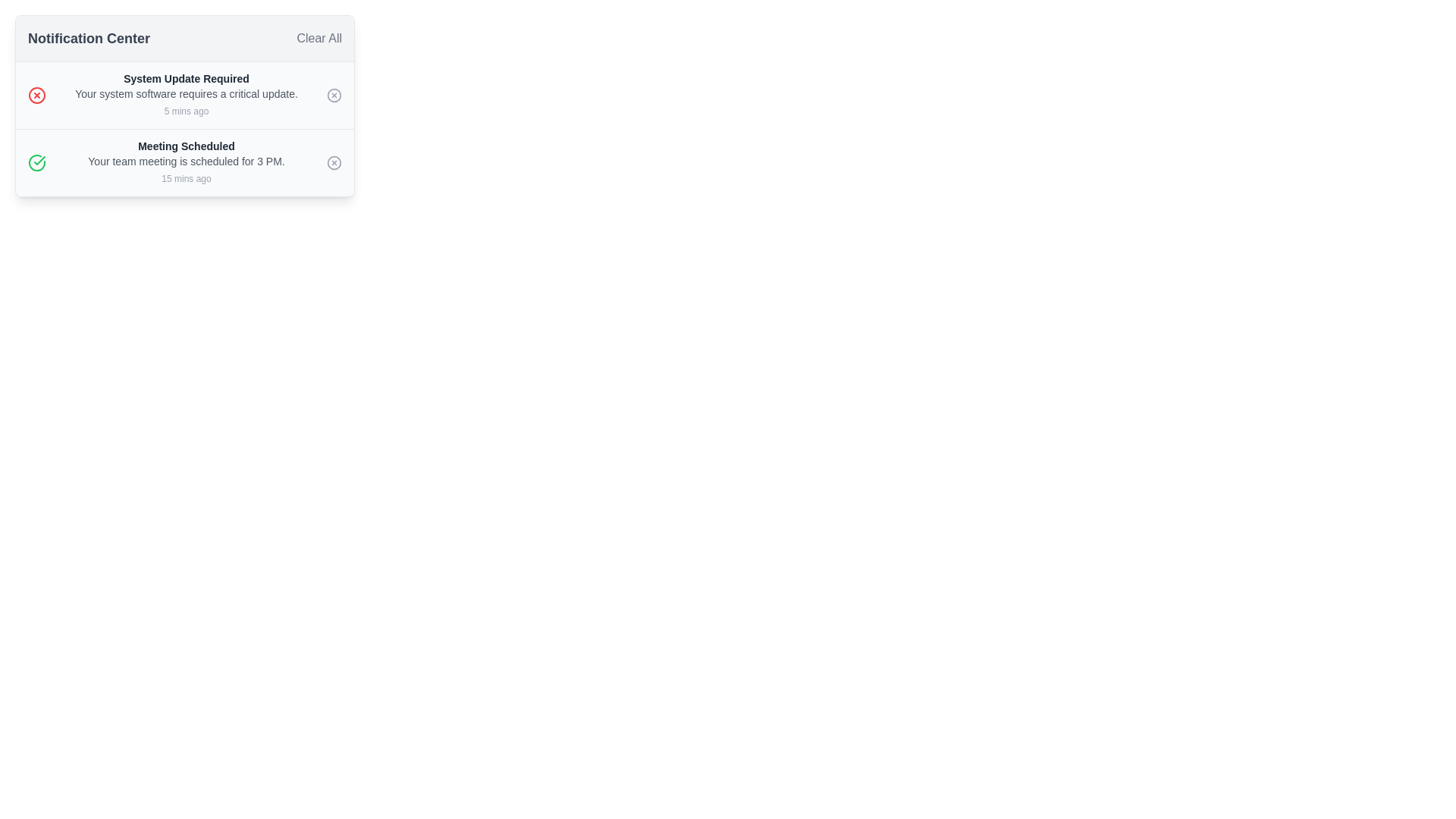 This screenshot has height=819, width=1456. I want to click on the text label that reads 'System Update Required' in the Notification Center, which is the title of the first notification item, so click(185, 79).